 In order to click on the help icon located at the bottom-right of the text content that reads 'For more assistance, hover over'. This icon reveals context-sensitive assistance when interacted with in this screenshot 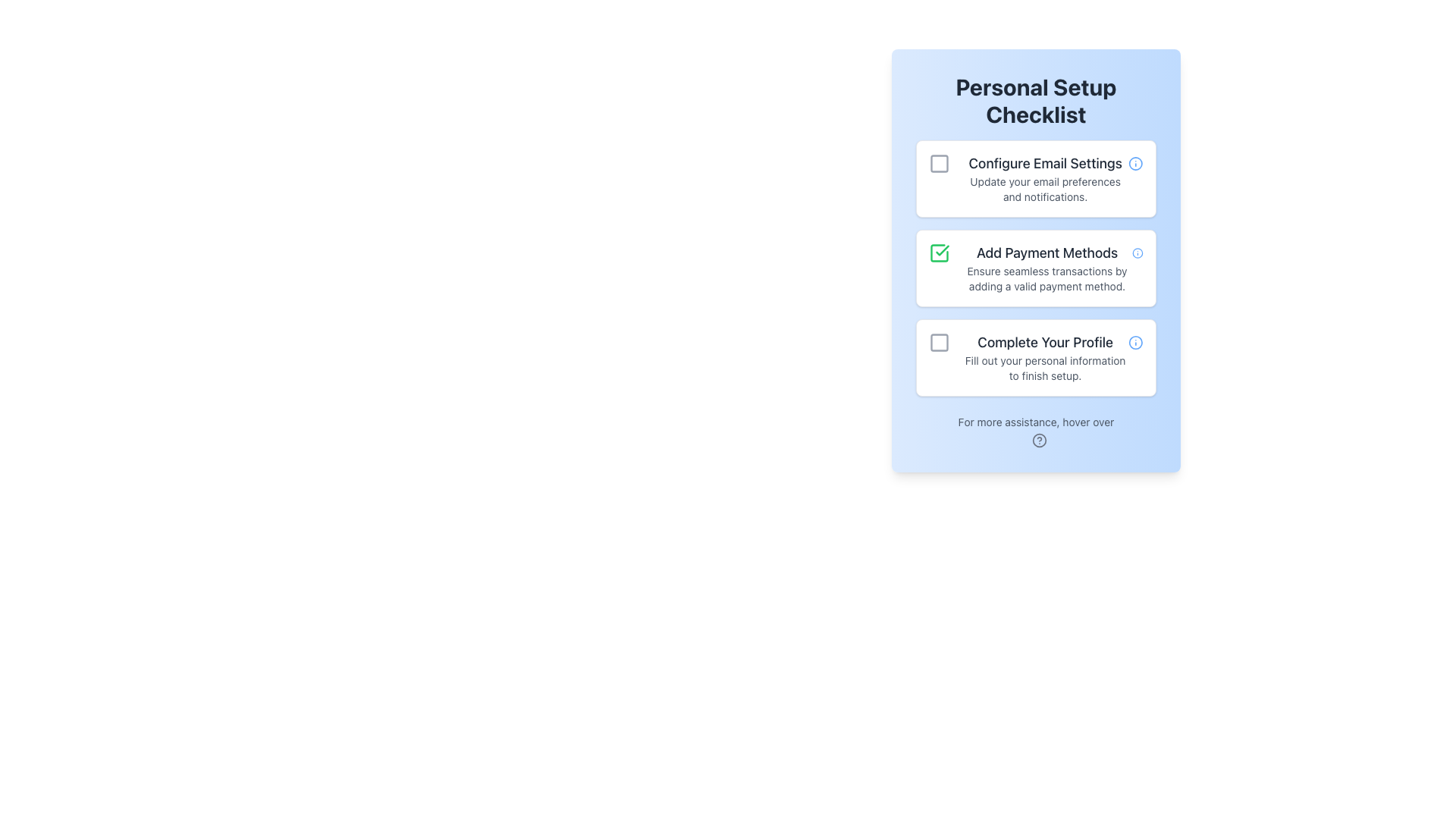, I will do `click(1038, 440)`.